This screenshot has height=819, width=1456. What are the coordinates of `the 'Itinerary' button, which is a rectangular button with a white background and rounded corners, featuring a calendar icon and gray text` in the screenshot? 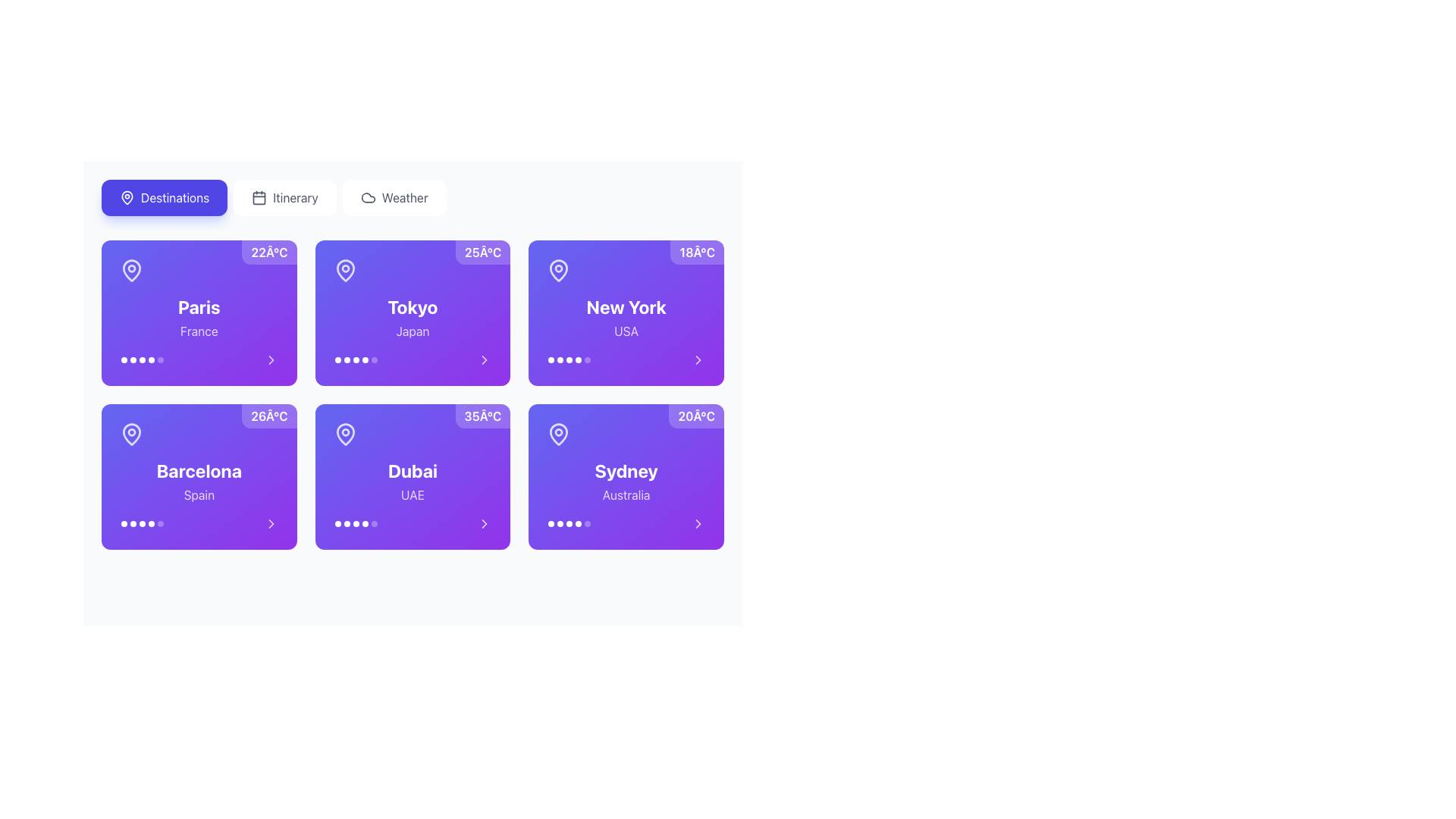 It's located at (284, 197).